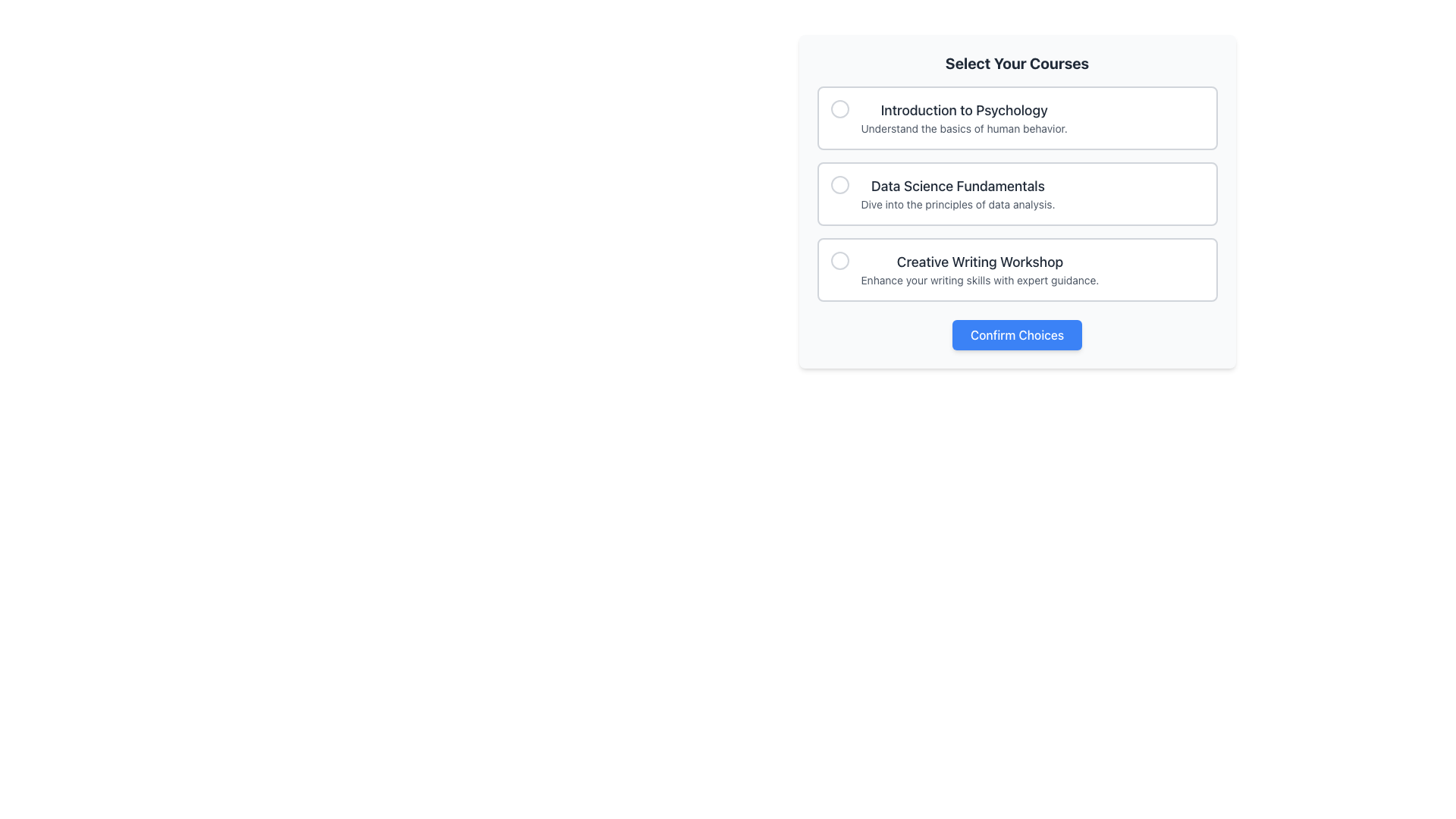  What do you see at coordinates (839, 184) in the screenshot?
I see `the checkbox which is a small circular component with a white background and gray border, located` at bounding box center [839, 184].